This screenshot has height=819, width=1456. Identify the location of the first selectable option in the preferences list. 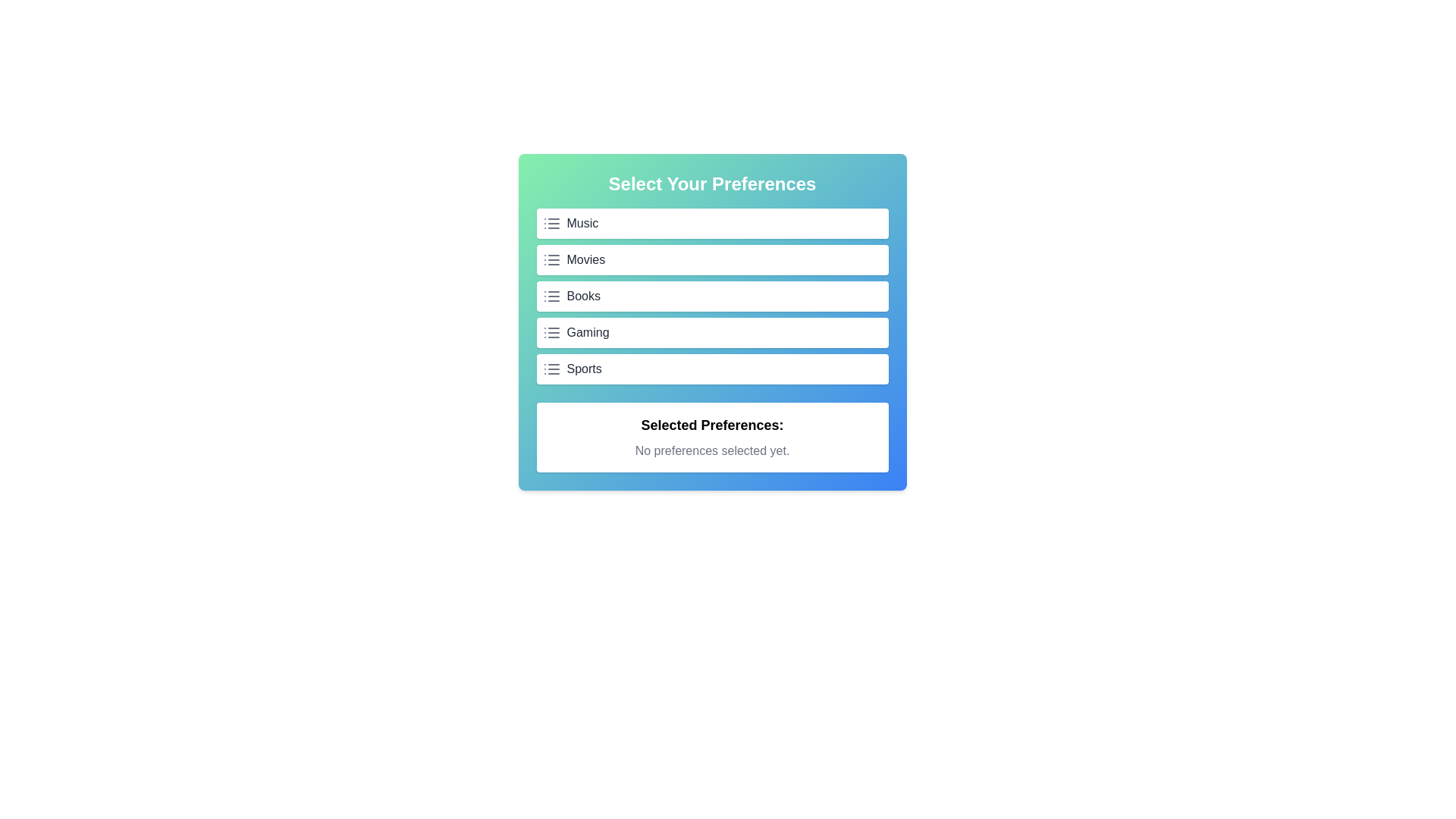
(711, 223).